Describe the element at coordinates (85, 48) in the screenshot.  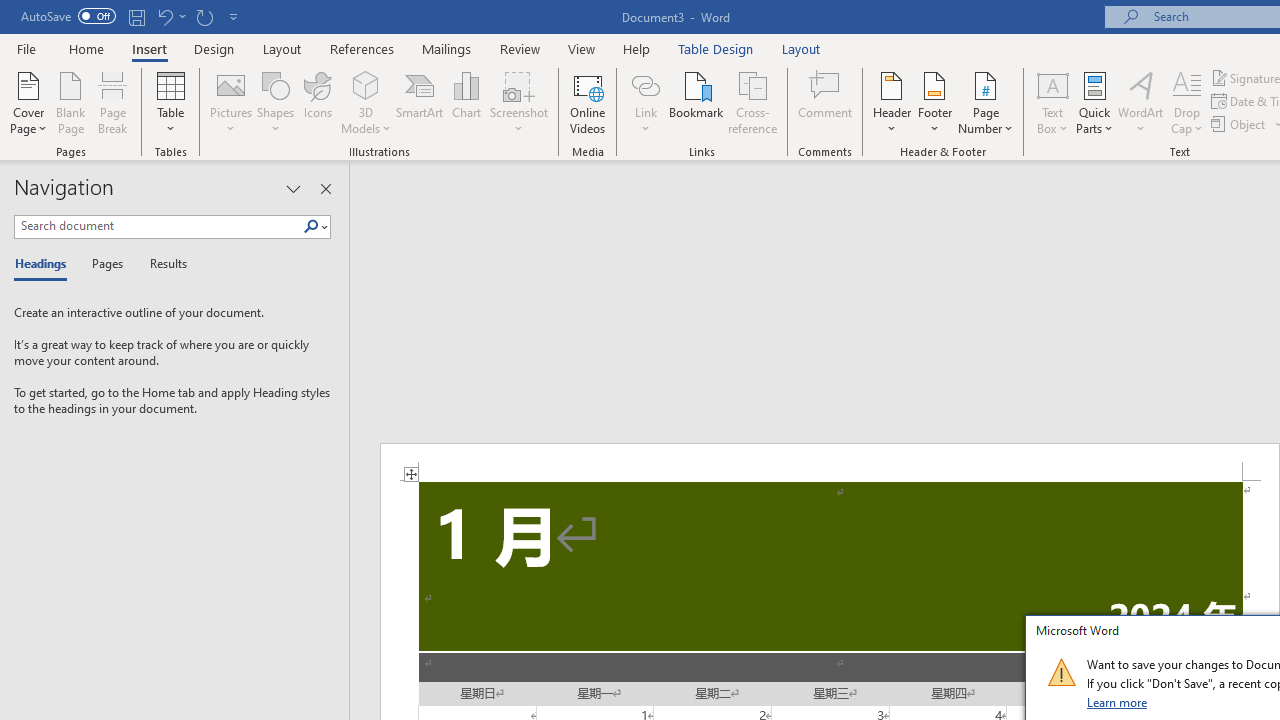
I see `'Home'` at that location.